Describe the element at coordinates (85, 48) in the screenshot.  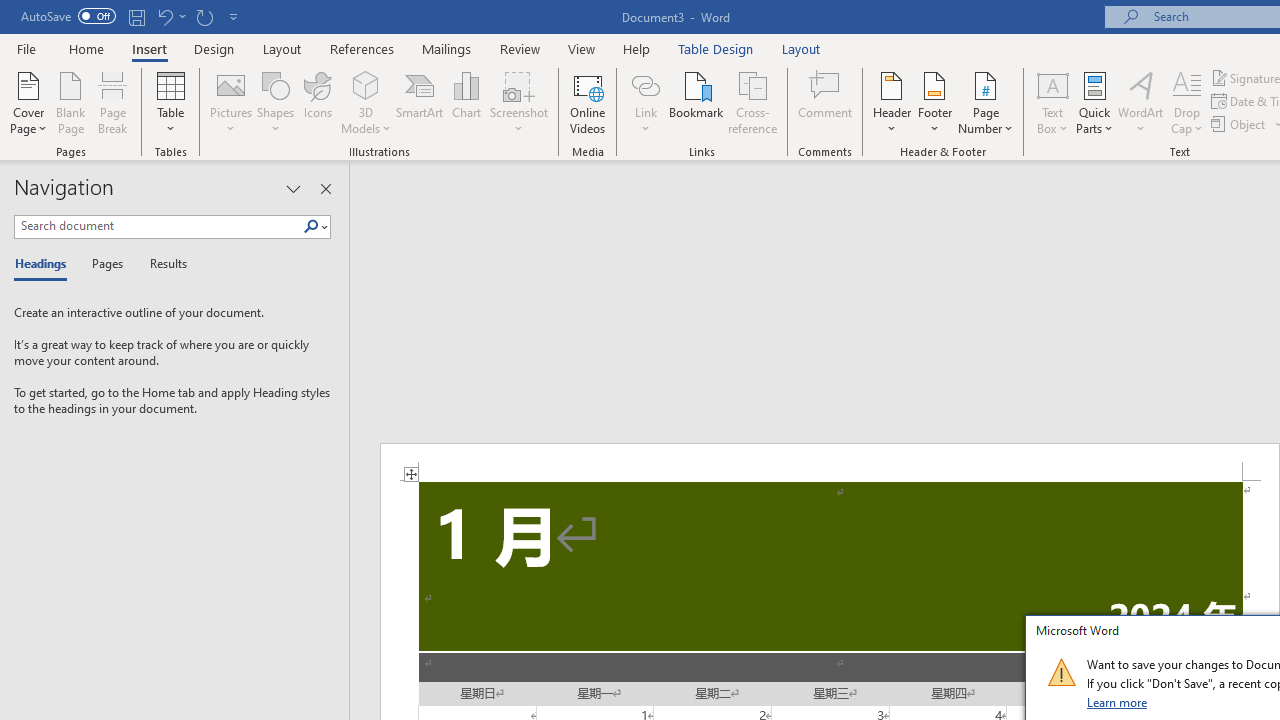
I see `'Home'` at that location.